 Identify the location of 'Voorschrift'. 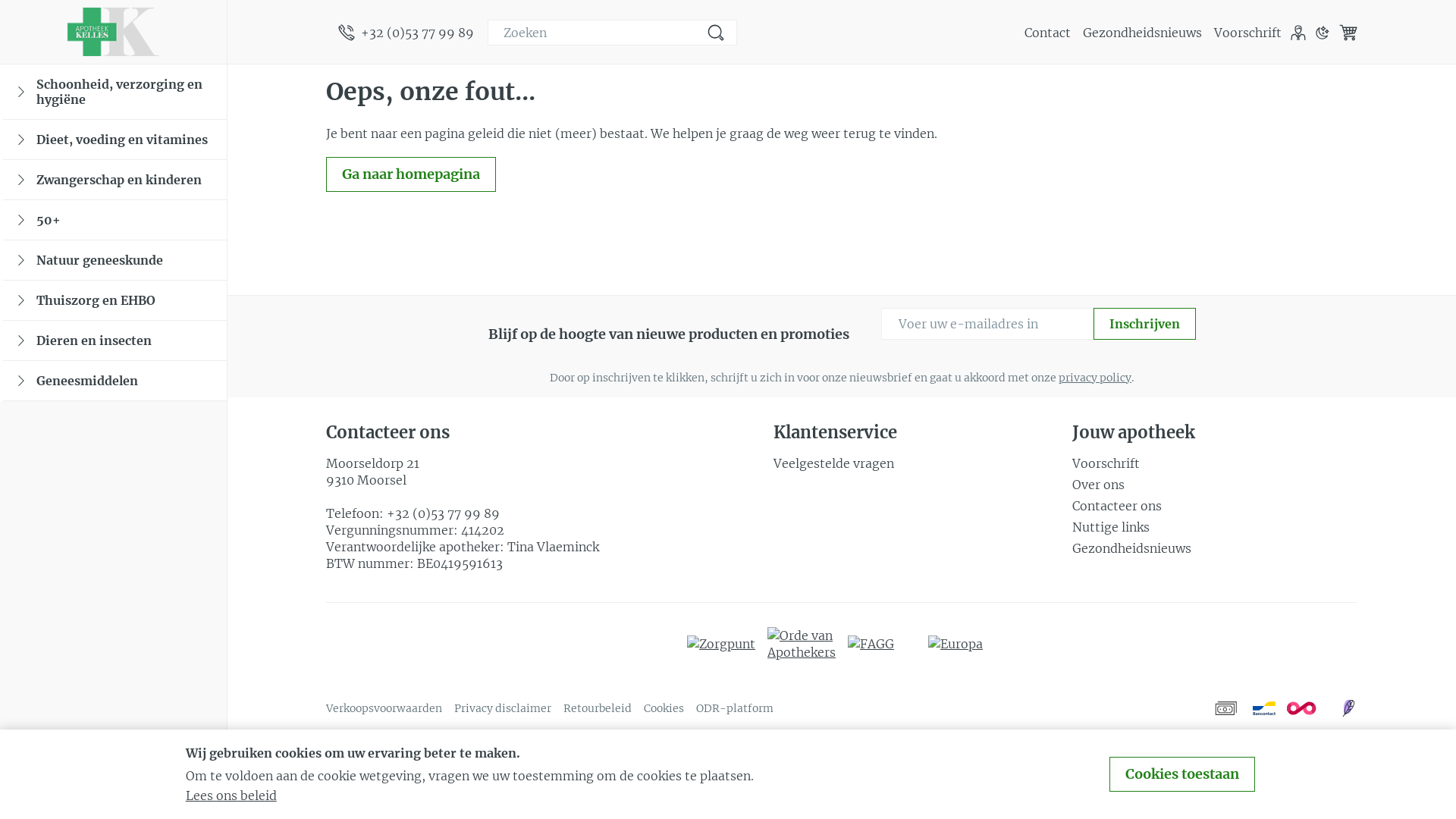
(1214, 32).